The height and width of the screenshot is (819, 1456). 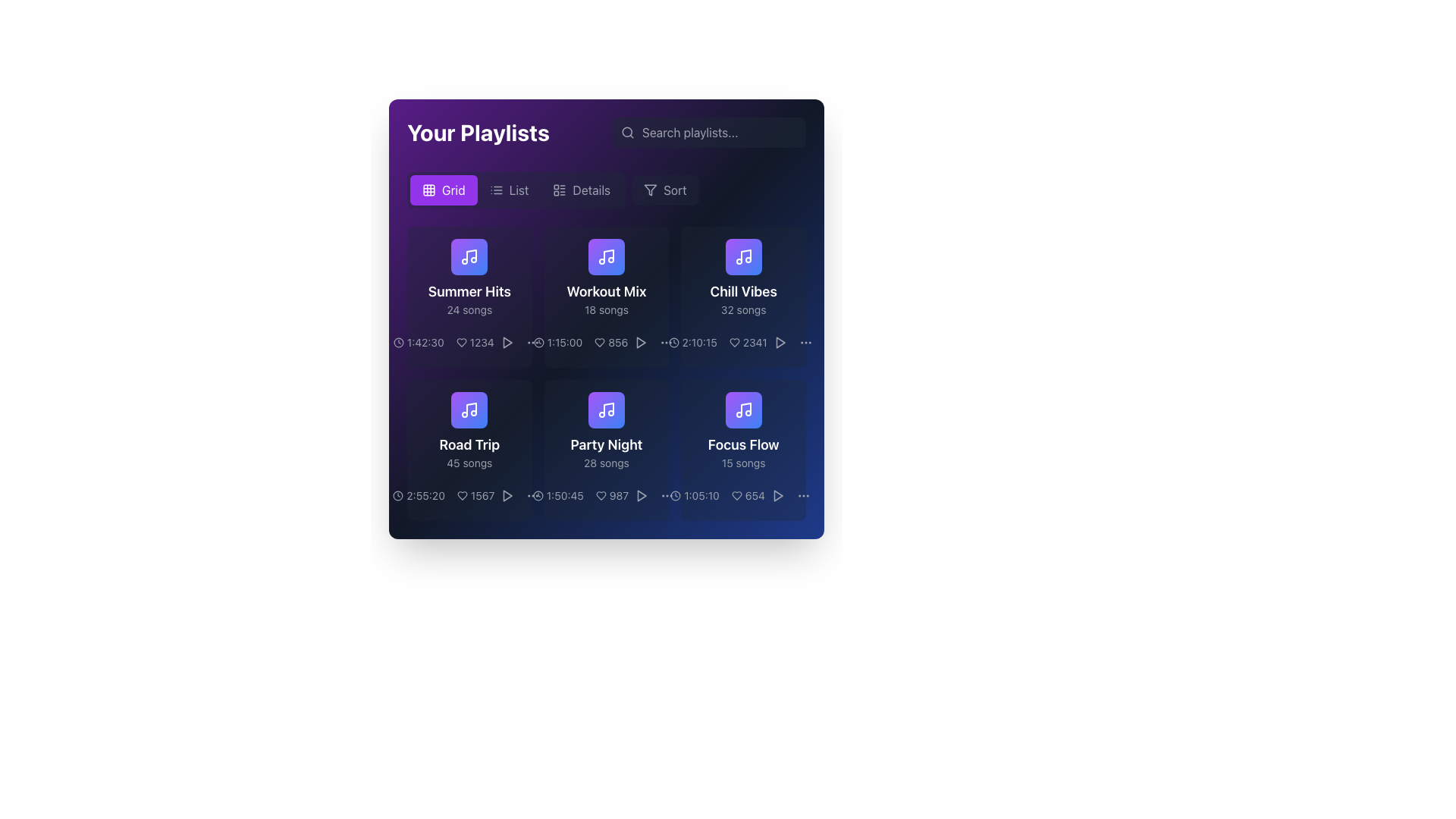 What do you see at coordinates (743, 256) in the screenshot?
I see `the Decorative Icon featuring a gradient background and a white music note symbol located in the top row, third column of the playlist grid` at bounding box center [743, 256].